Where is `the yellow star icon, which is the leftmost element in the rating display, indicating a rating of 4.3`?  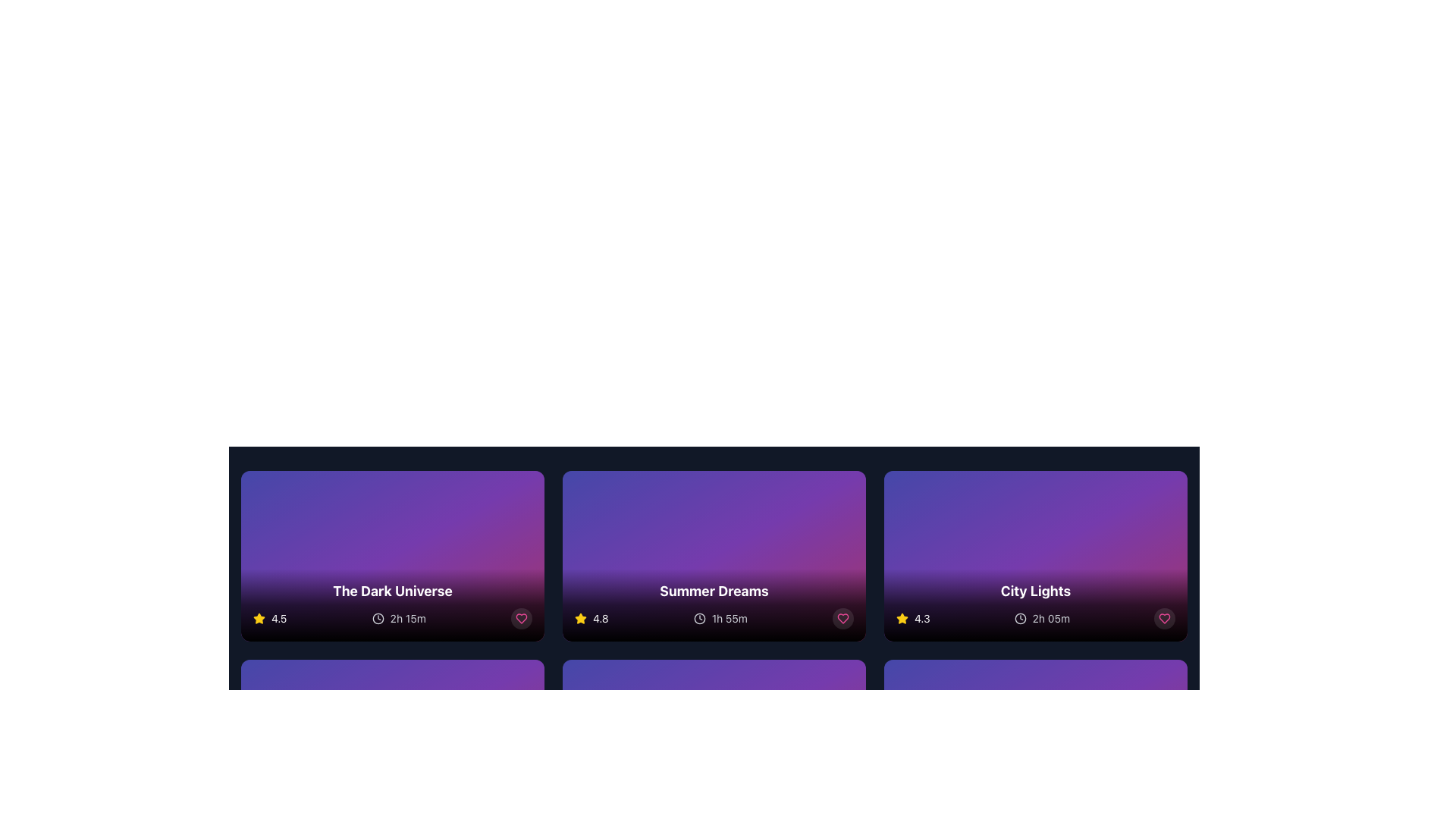 the yellow star icon, which is the leftmost element in the rating display, indicating a rating of 4.3 is located at coordinates (902, 619).